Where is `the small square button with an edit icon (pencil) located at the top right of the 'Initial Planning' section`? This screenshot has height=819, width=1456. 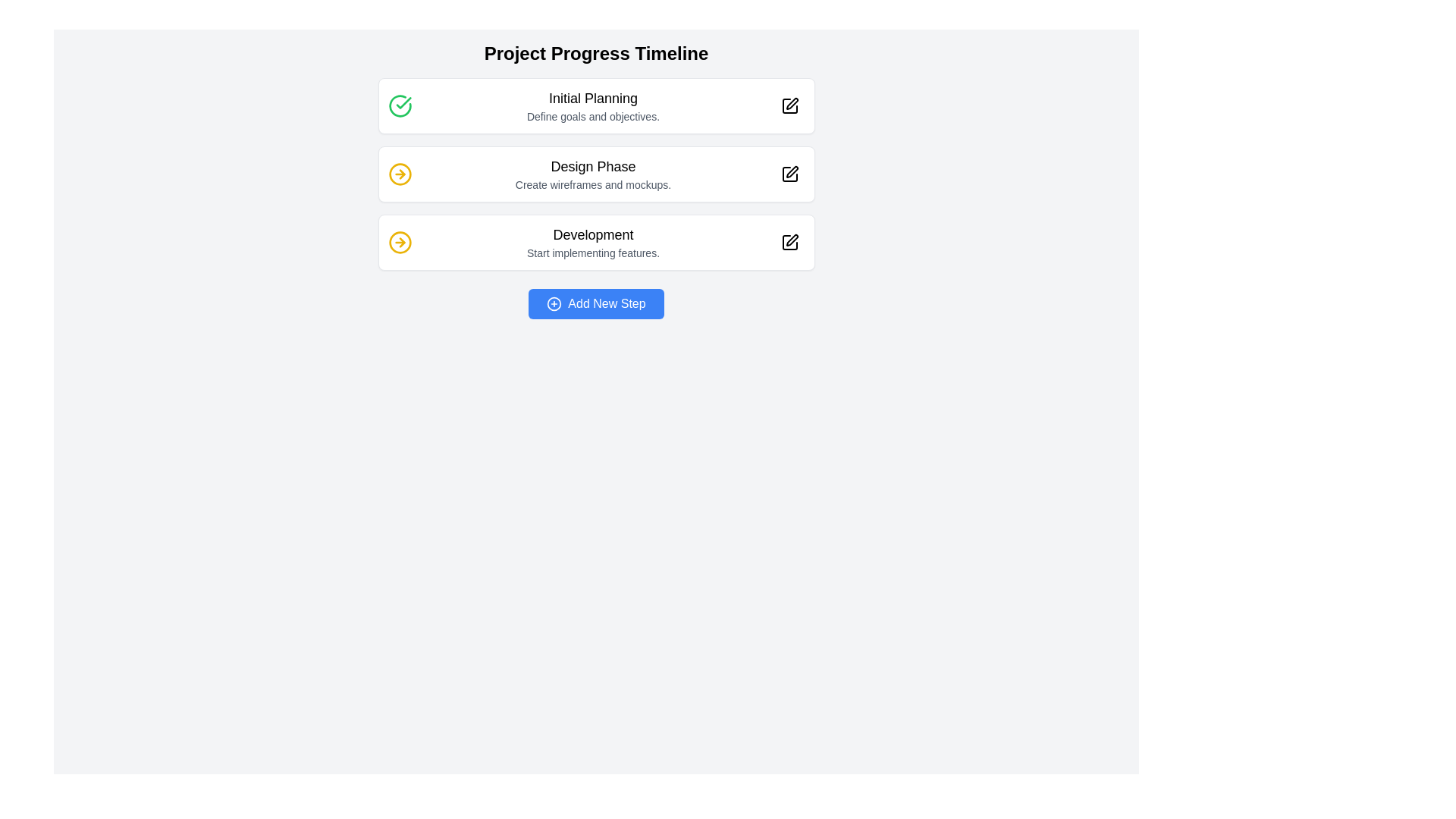 the small square button with an edit icon (pencil) located at the top right of the 'Initial Planning' section is located at coordinates (789, 105).